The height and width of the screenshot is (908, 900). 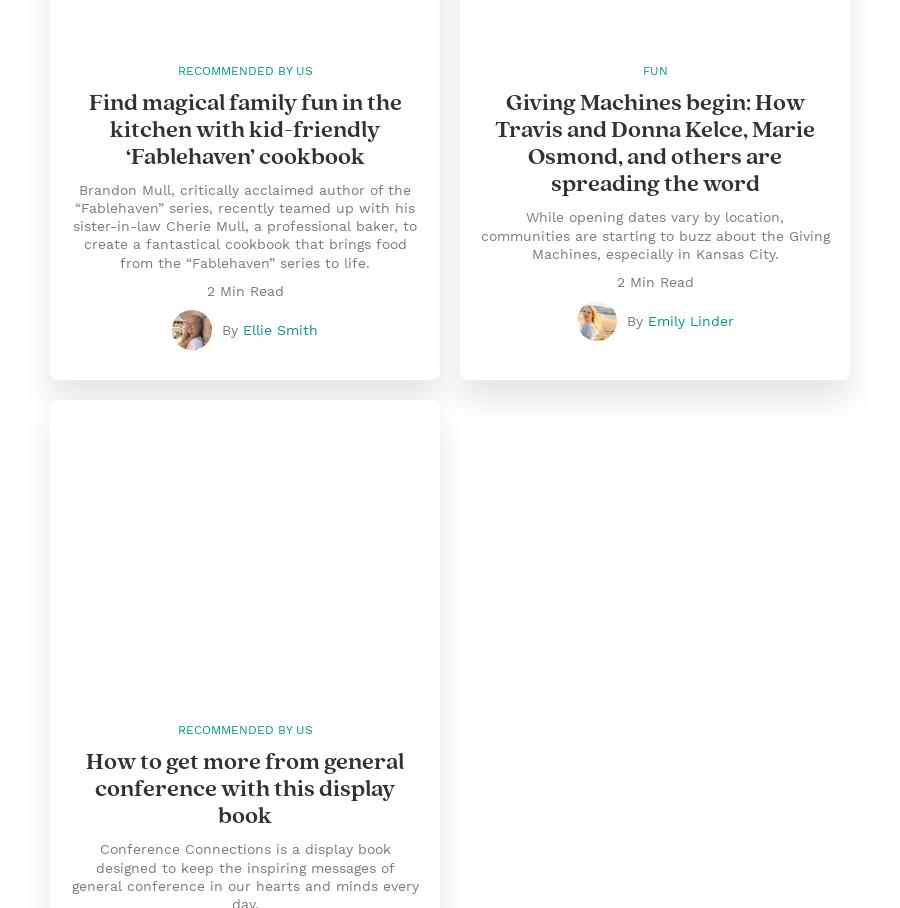 What do you see at coordinates (243, 130) in the screenshot?
I see `'Find magical family fun in the kitchen with kid-friendly ‘Fablehaven’ cookbook'` at bounding box center [243, 130].